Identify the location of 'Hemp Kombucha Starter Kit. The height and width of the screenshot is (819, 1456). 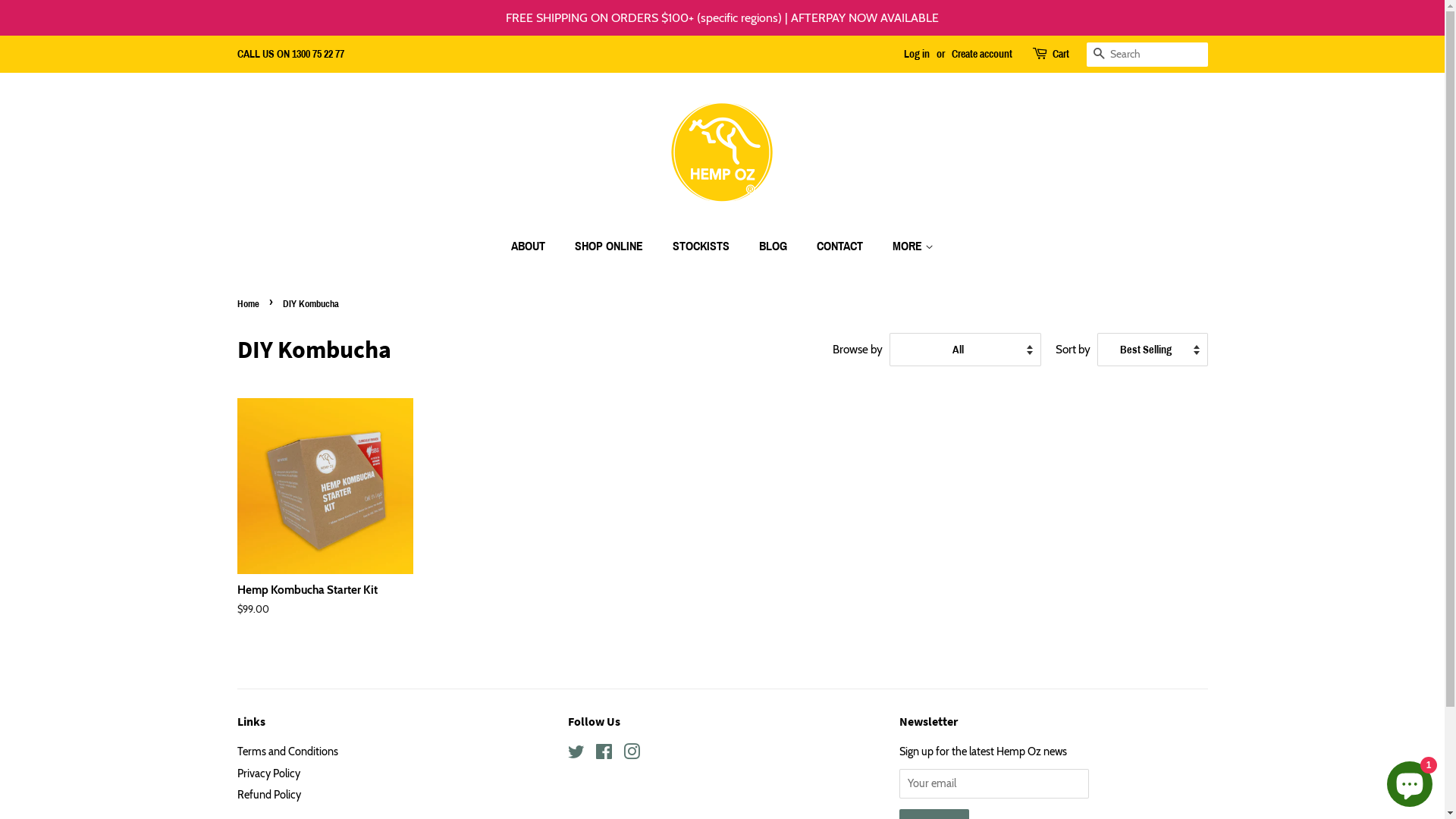
(323, 519).